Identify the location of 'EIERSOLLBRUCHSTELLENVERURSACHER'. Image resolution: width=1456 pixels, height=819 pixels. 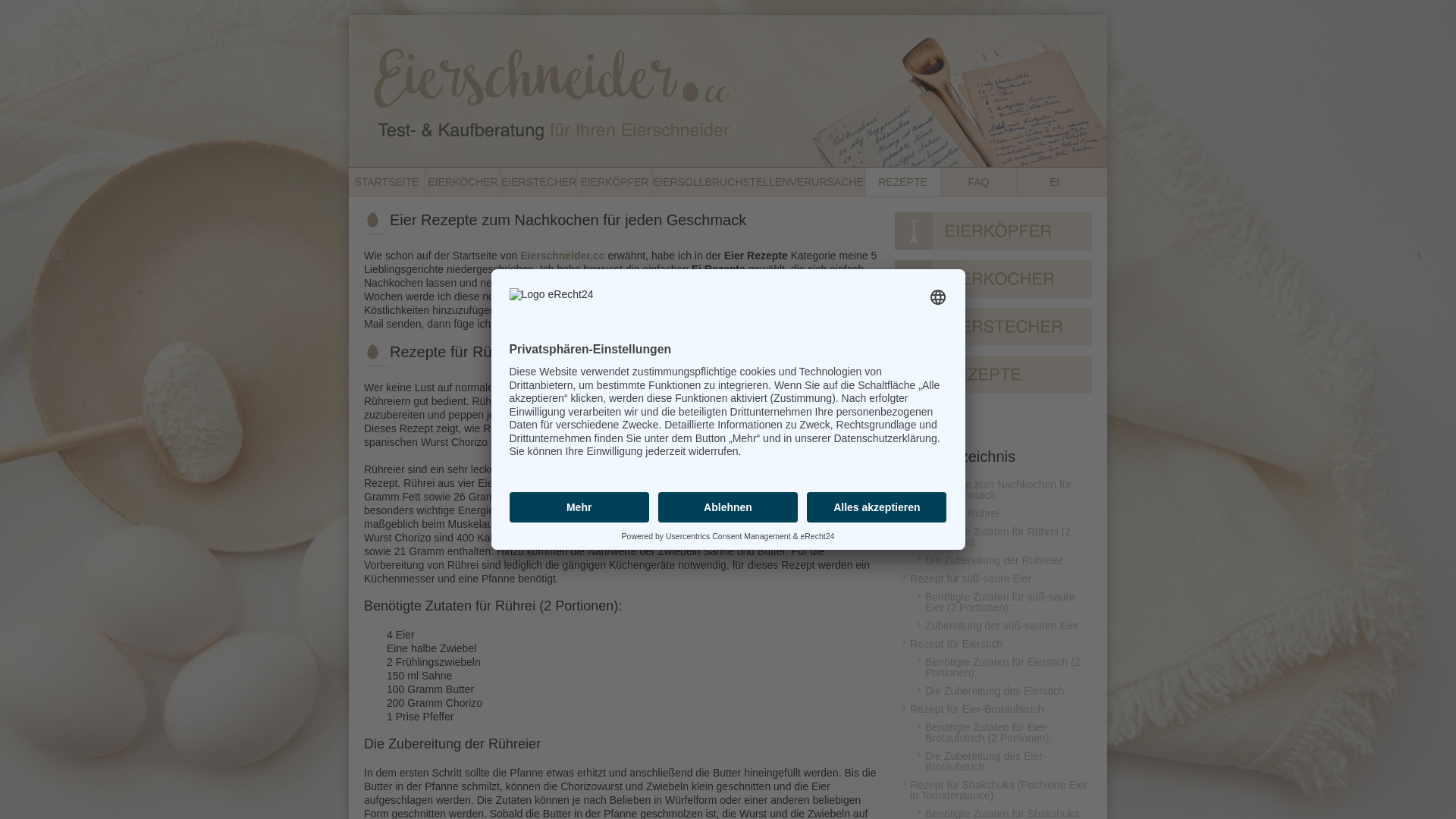
(758, 180).